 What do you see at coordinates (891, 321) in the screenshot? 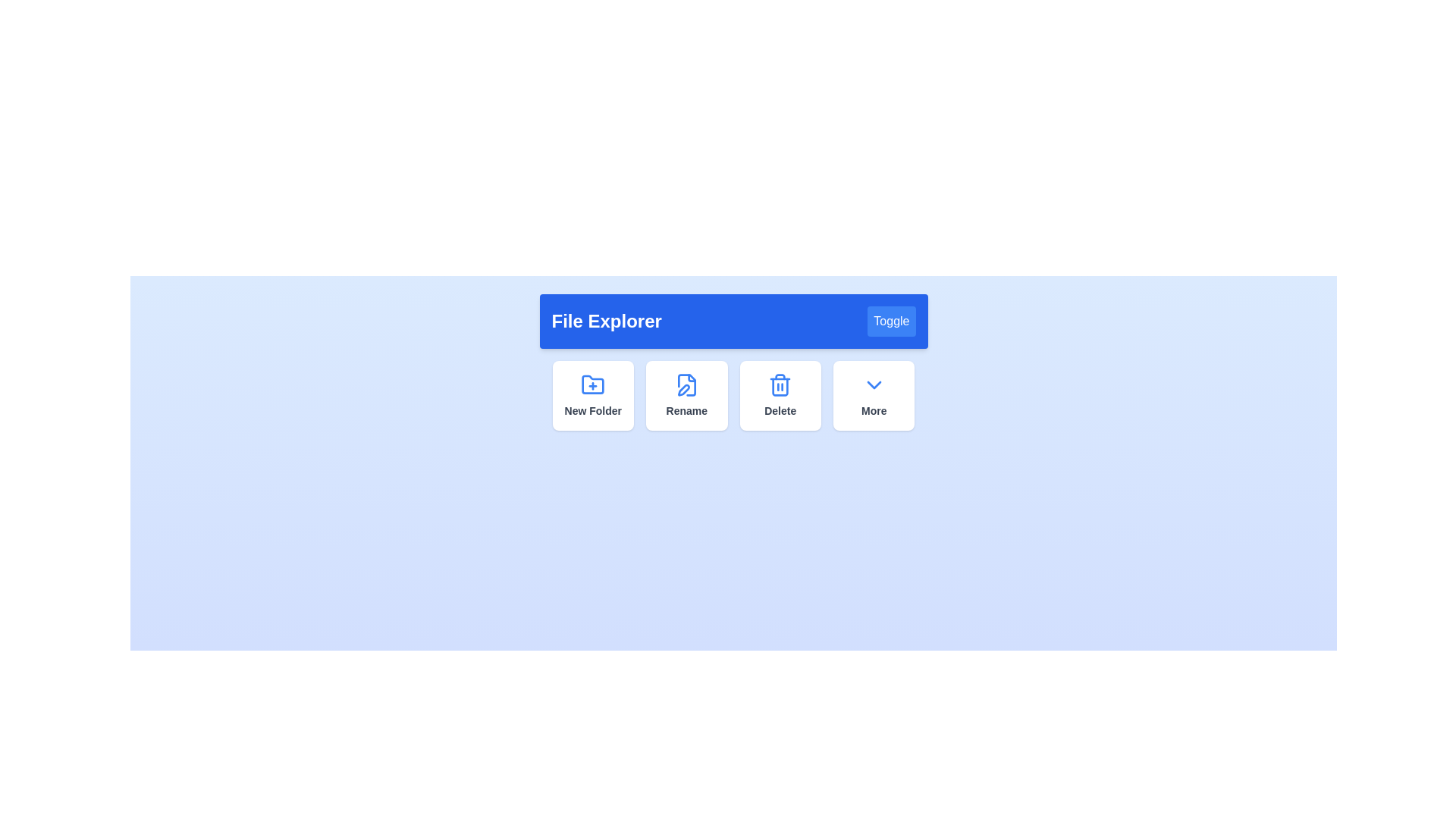
I see `the 'Toggle' button to change the visibility state of the panel` at bounding box center [891, 321].